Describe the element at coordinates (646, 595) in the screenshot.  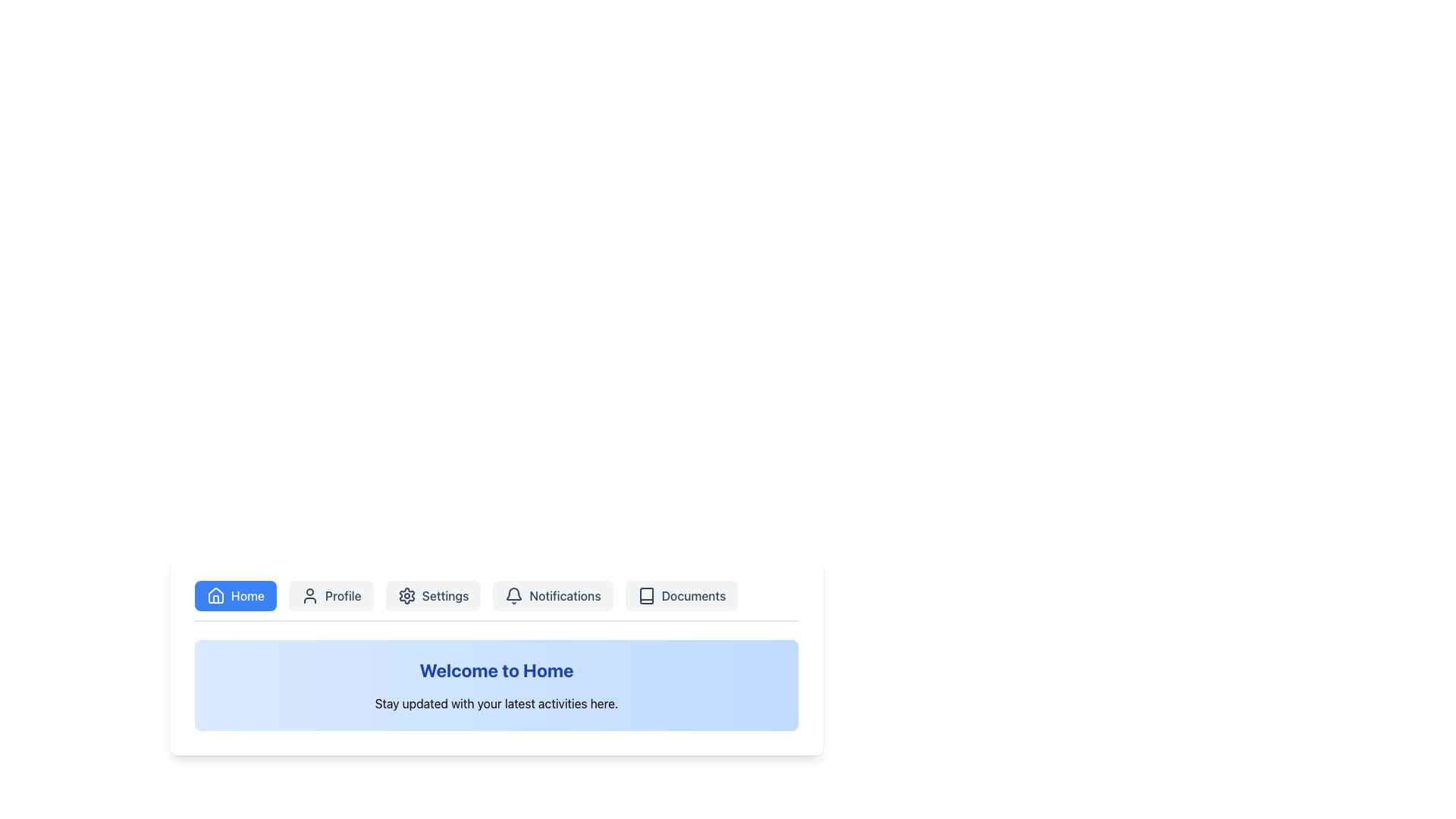
I see `the book icon located in the 'Documents' section of the navigation row at the top of the bottom section` at that location.